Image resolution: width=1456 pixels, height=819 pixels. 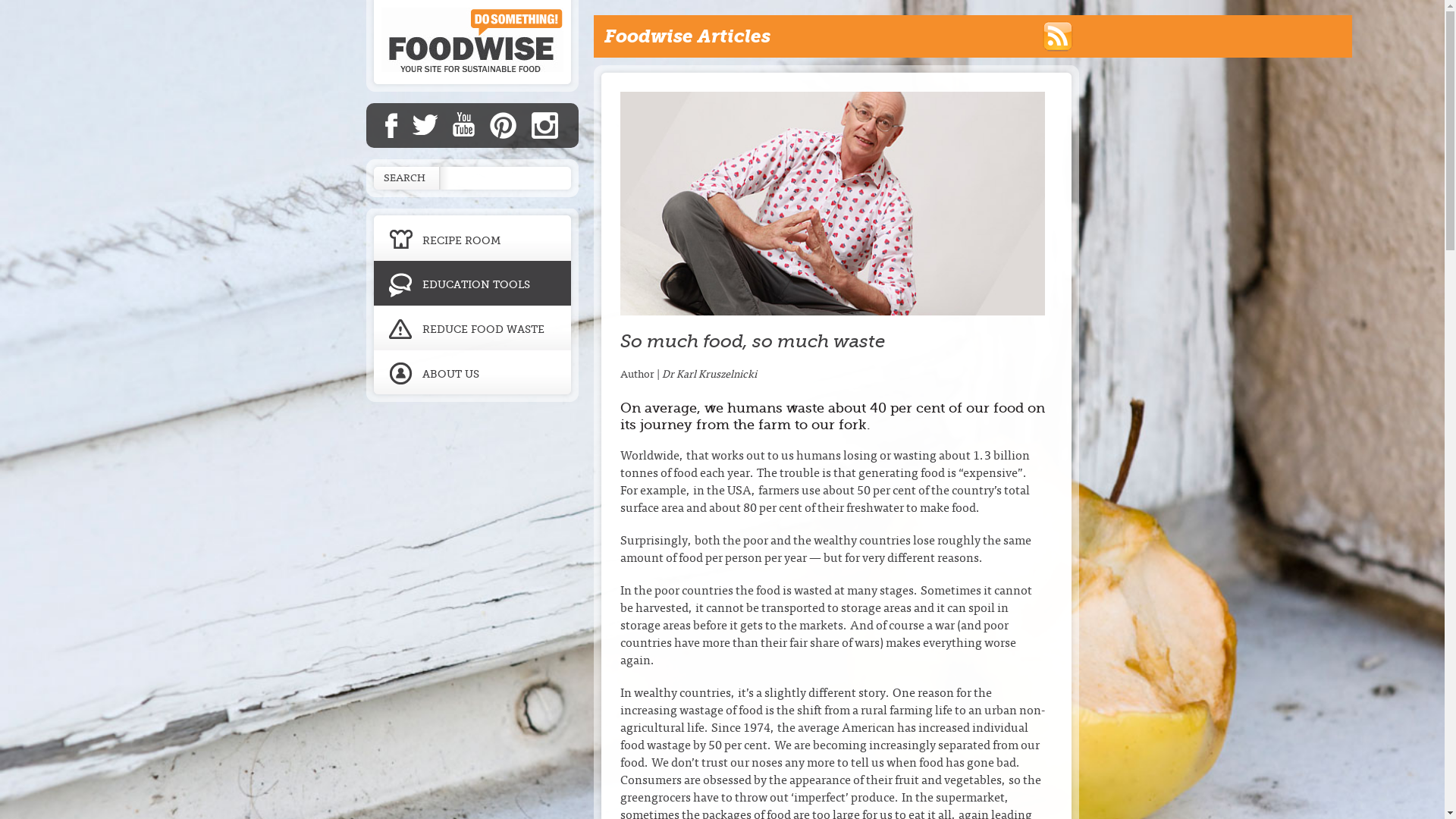 I want to click on 'YouTube', so click(x=462, y=124).